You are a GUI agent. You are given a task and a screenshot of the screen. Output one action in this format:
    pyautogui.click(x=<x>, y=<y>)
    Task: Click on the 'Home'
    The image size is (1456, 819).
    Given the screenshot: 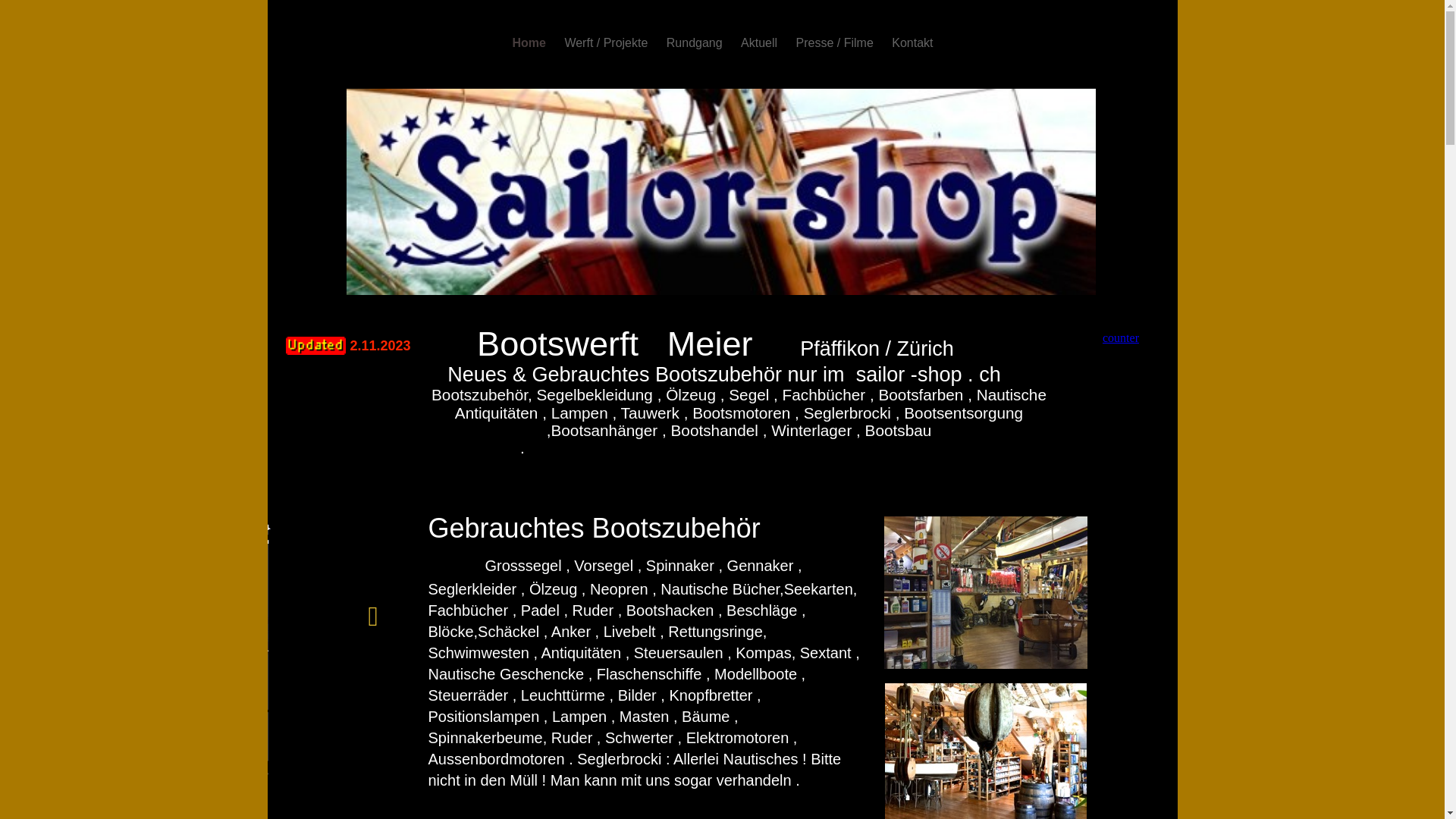 What is the action you would take?
    pyautogui.click(x=530, y=42)
    